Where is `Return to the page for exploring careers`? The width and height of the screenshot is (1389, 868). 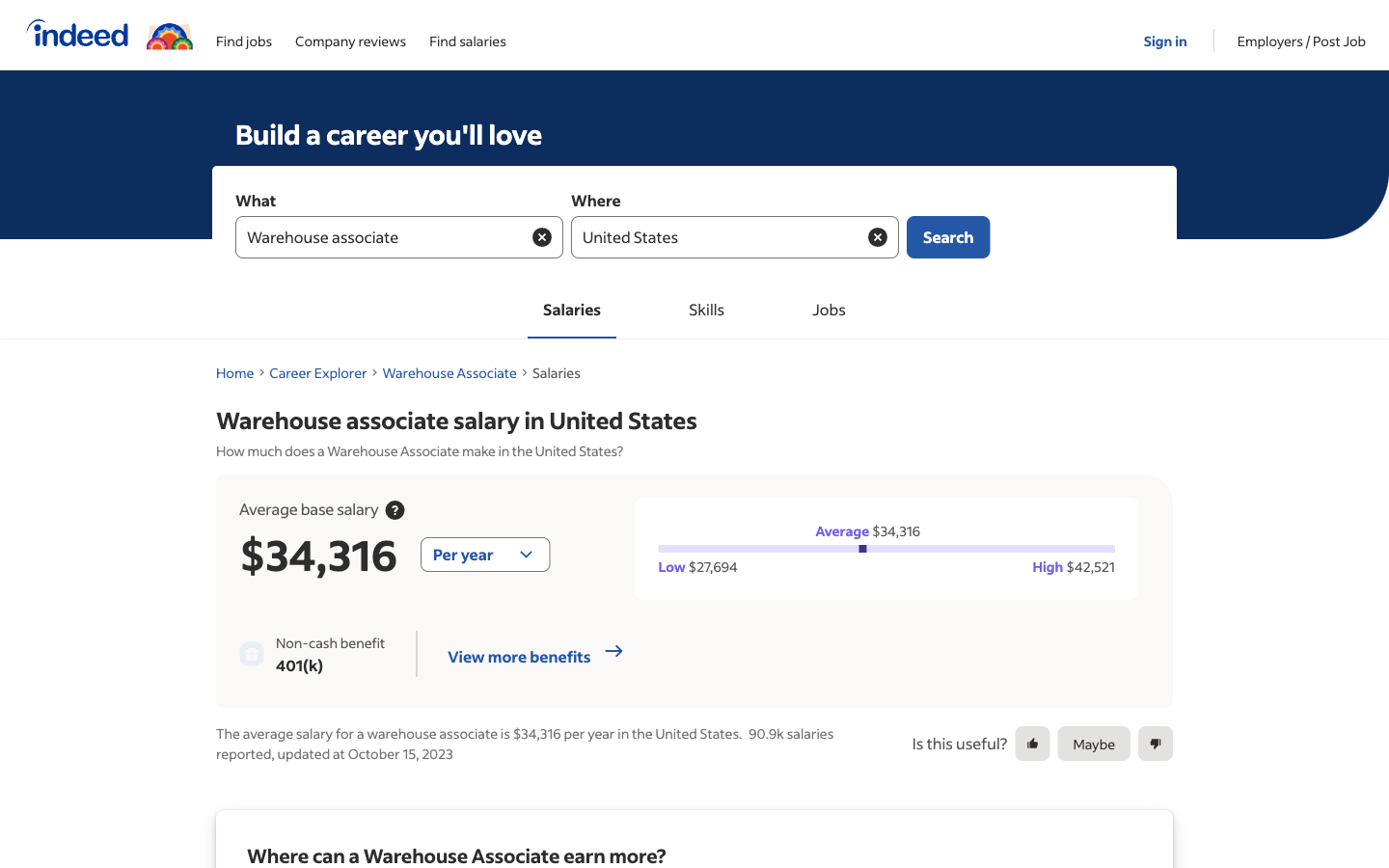
Return to the page for exploring careers is located at coordinates (318, 372).